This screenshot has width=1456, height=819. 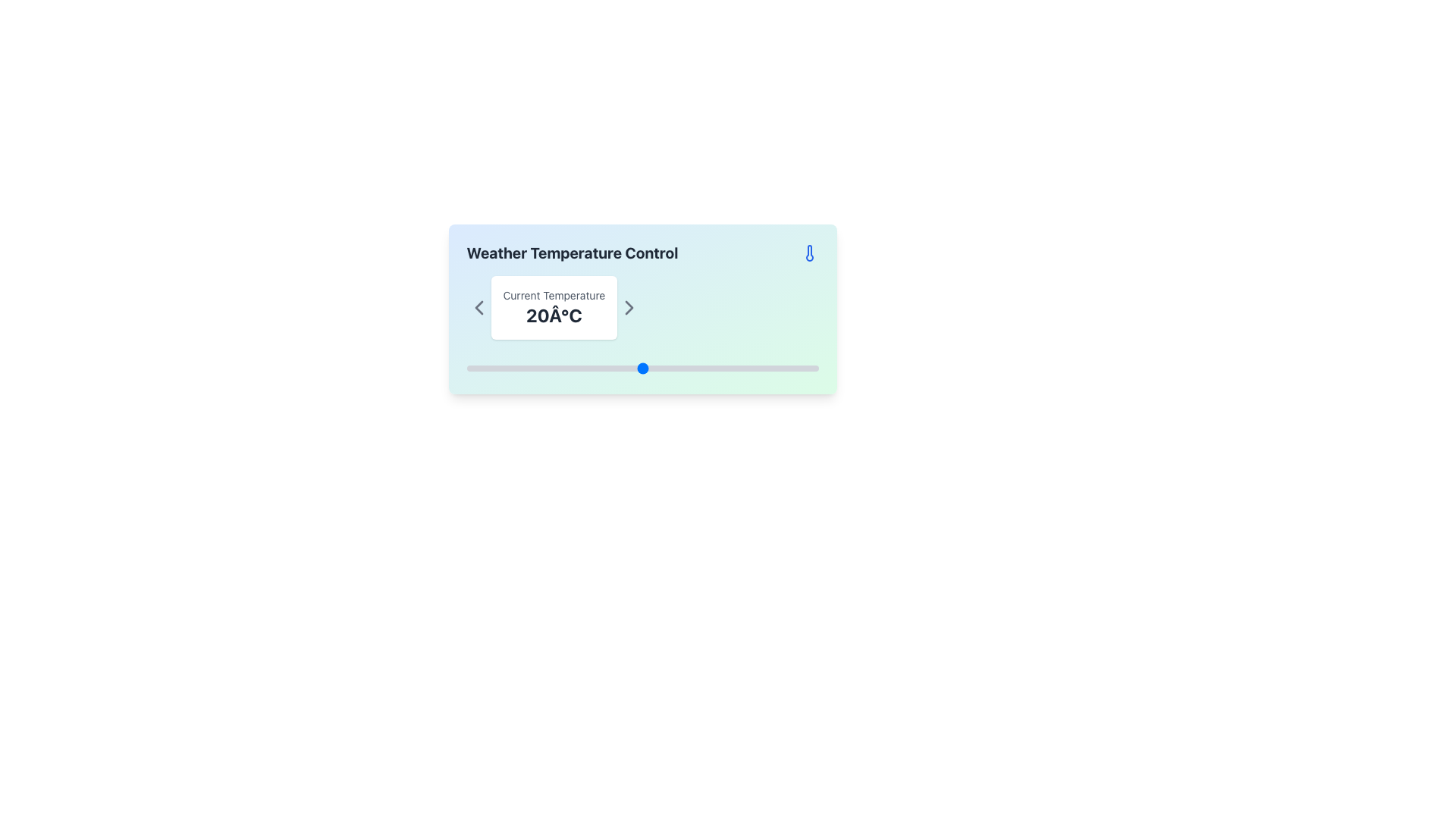 I want to click on temperature, so click(x=686, y=369).